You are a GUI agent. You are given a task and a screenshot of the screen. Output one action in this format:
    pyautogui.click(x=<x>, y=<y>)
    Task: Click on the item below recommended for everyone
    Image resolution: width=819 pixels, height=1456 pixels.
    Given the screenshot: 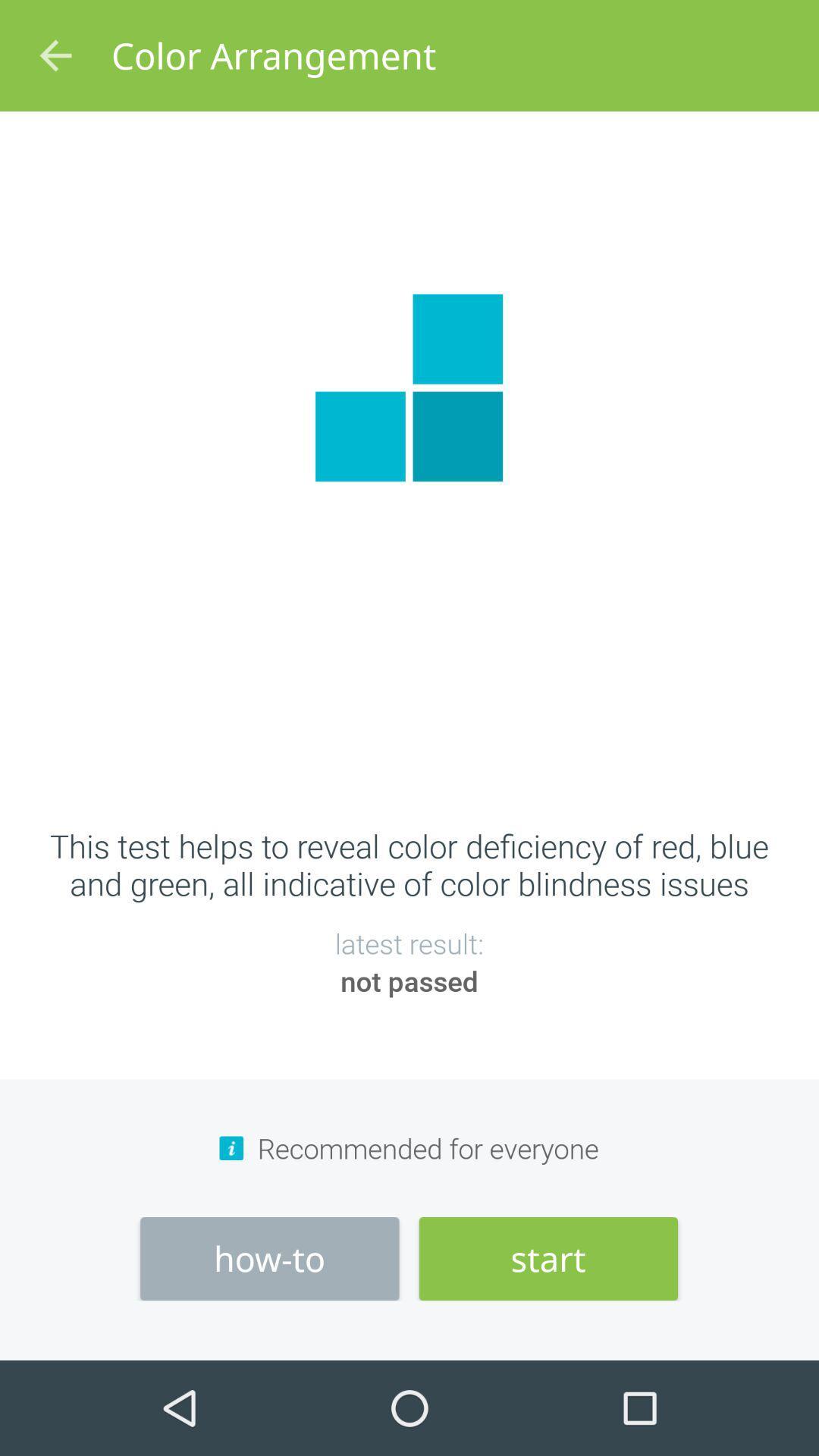 What is the action you would take?
    pyautogui.click(x=548, y=1259)
    